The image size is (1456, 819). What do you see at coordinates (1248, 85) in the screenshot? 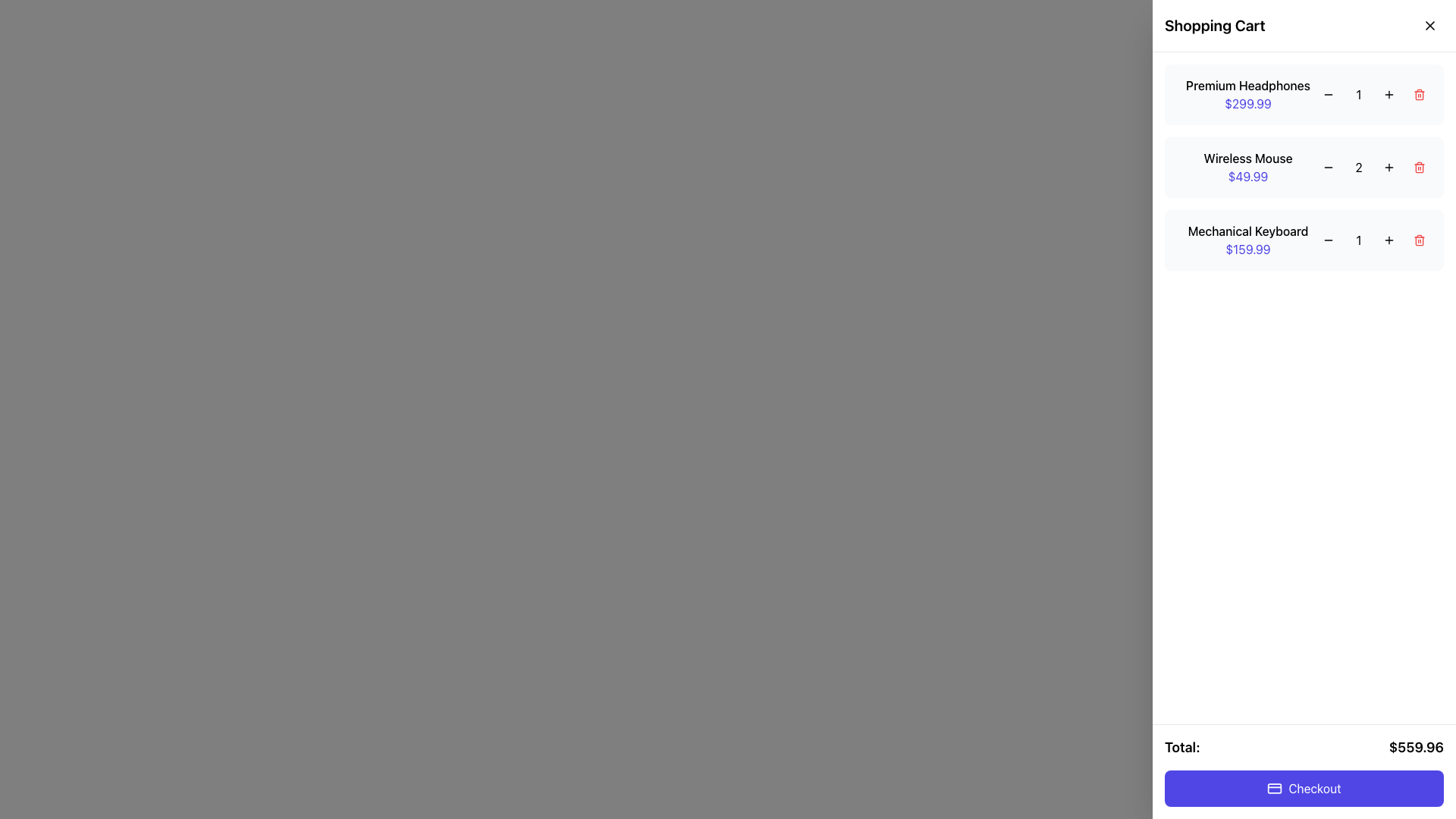
I see `the product title text label located at the topmost product listing in the shopping cart, which is immediately above the price text '$299.99'` at bounding box center [1248, 85].